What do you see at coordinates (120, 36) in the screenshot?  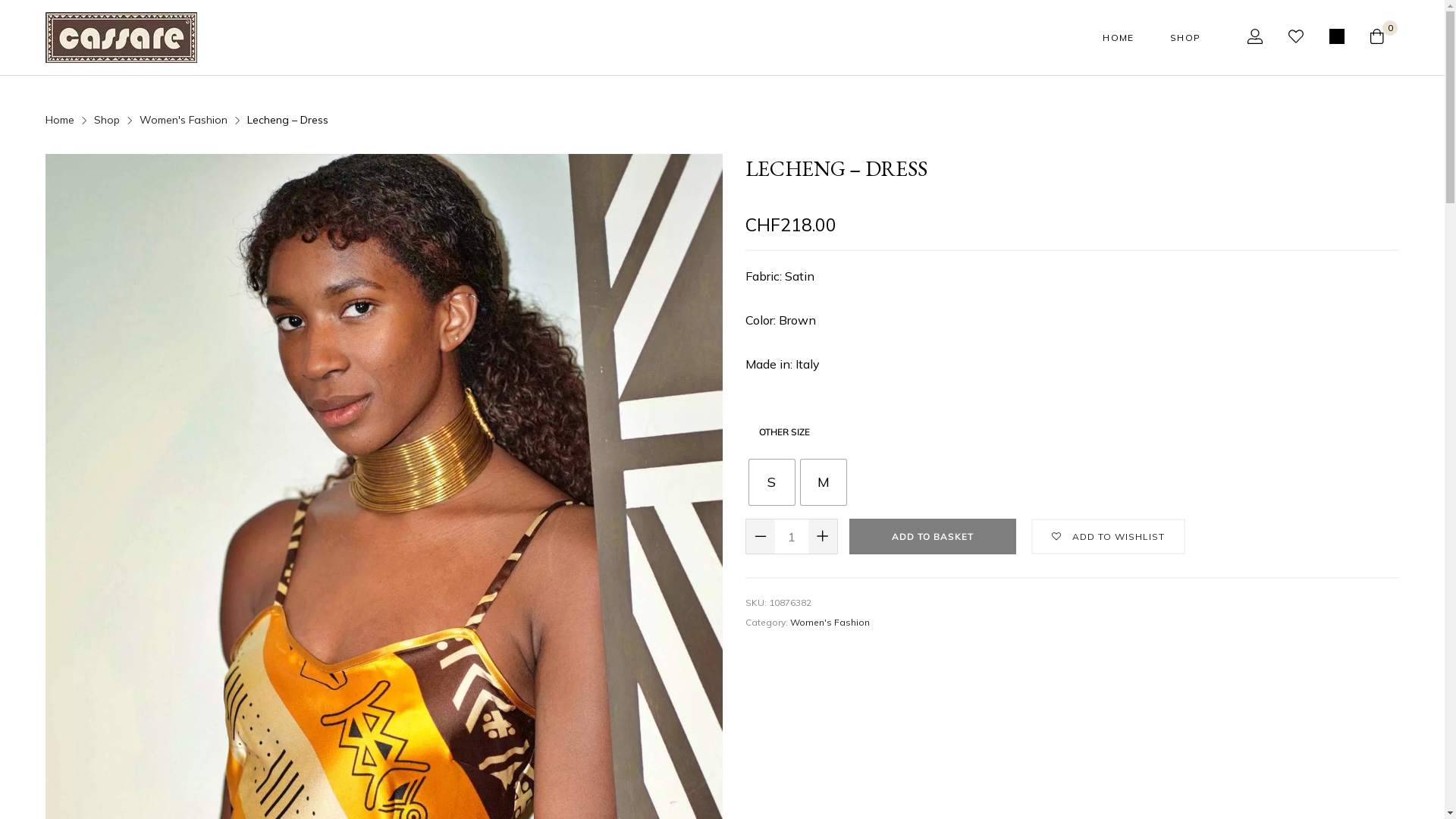 I see `'Cassare'` at bounding box center [120, 36].